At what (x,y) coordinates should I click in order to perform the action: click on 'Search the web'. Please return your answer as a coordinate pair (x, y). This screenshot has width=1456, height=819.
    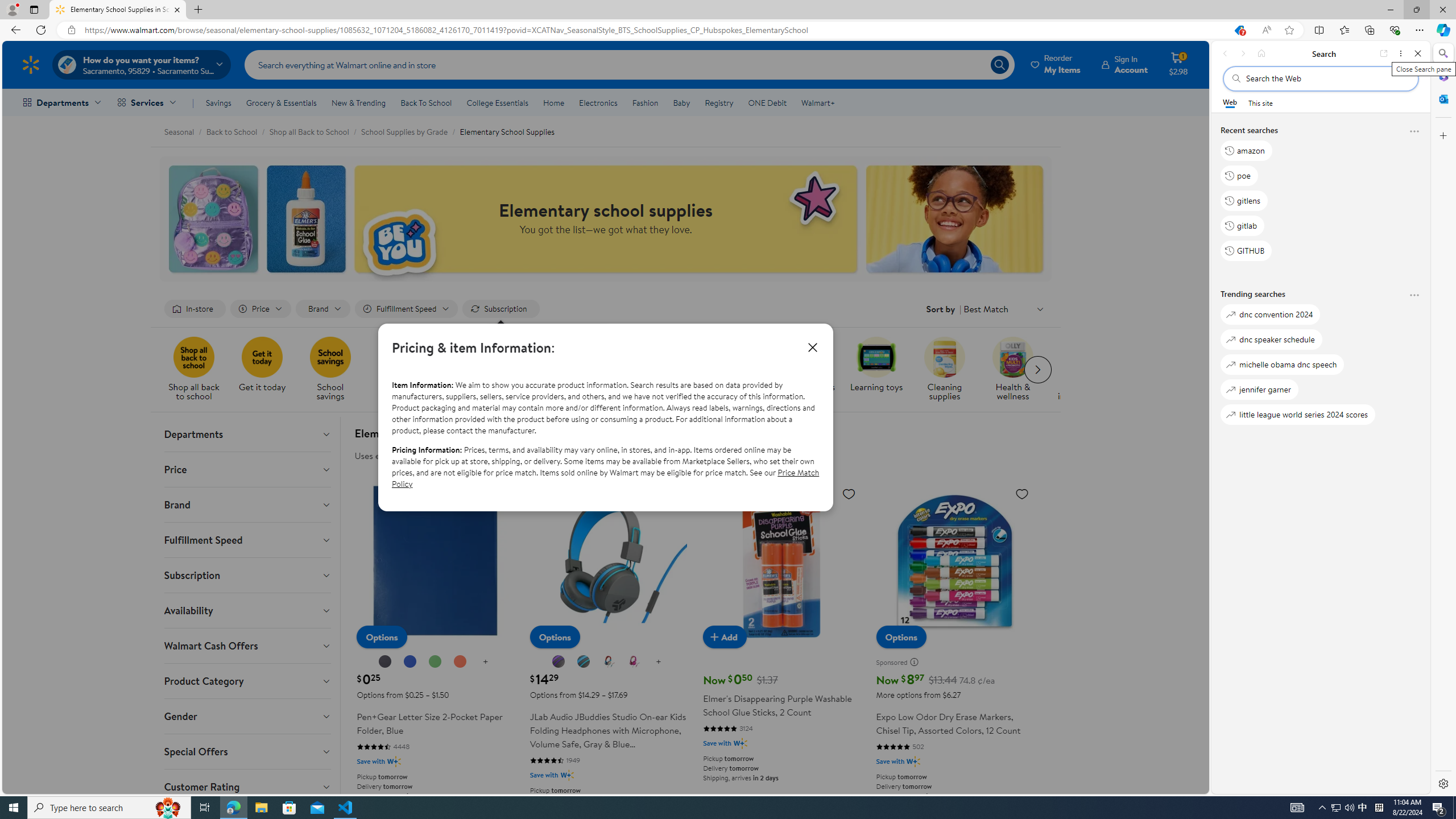
    Looking at the image, I should click on (1326, 78).